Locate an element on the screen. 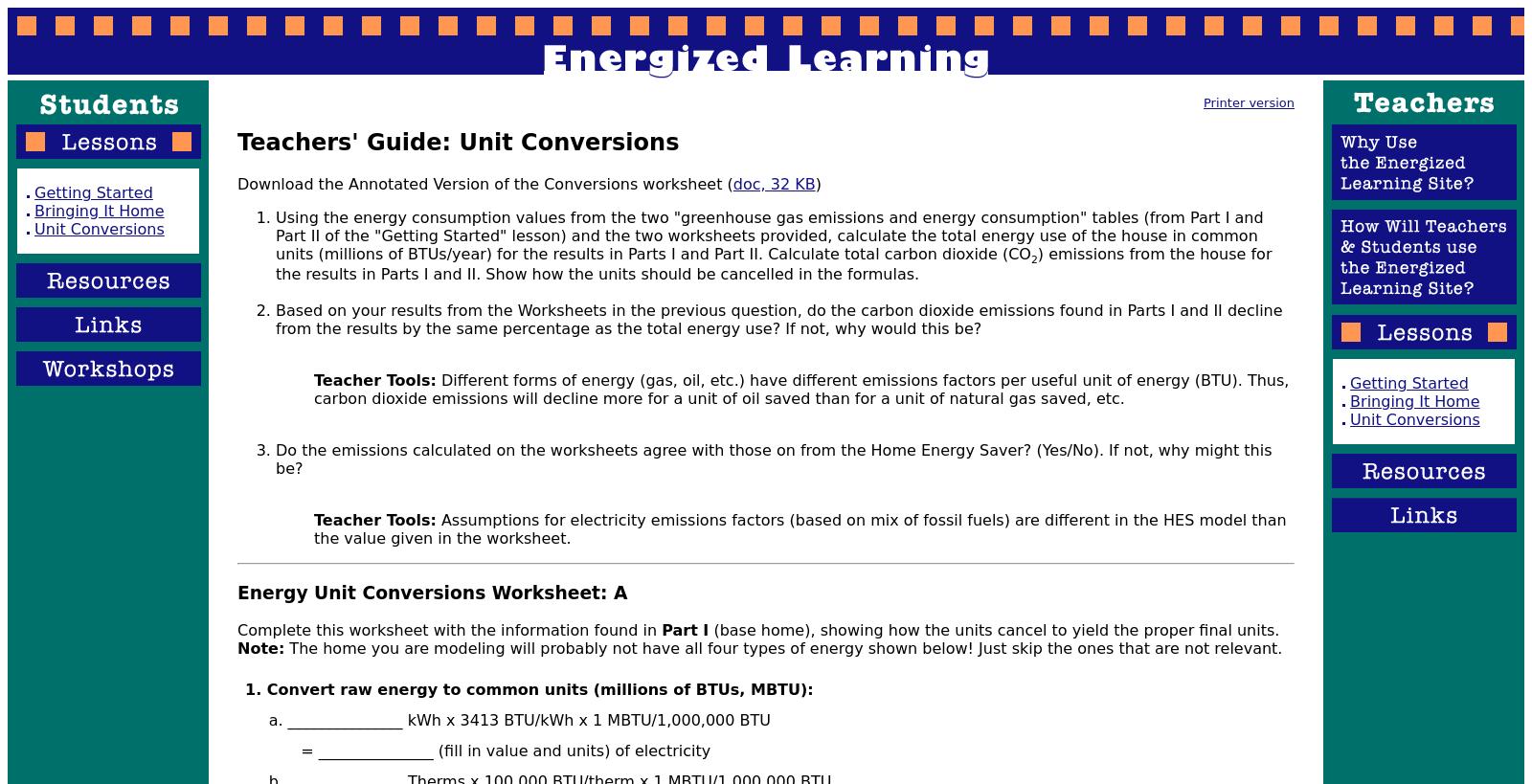  'Download the Annotated Version of the Conversions worksheet 
(' is located at coordinates (484, 183).